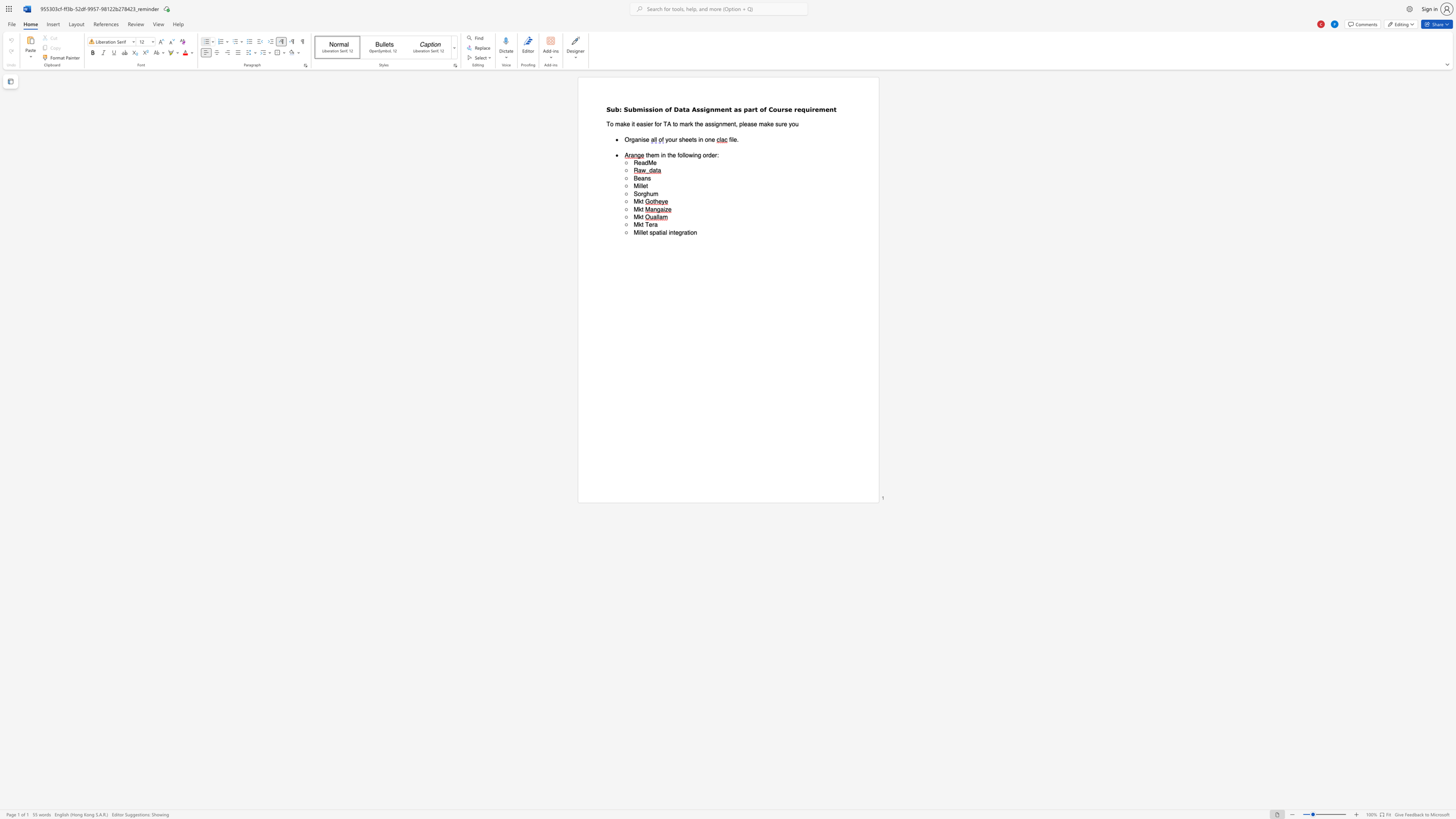 This screenshot has height=819, width=1456. I want to click on the 1th character "t" in the text, so click(647, 232).